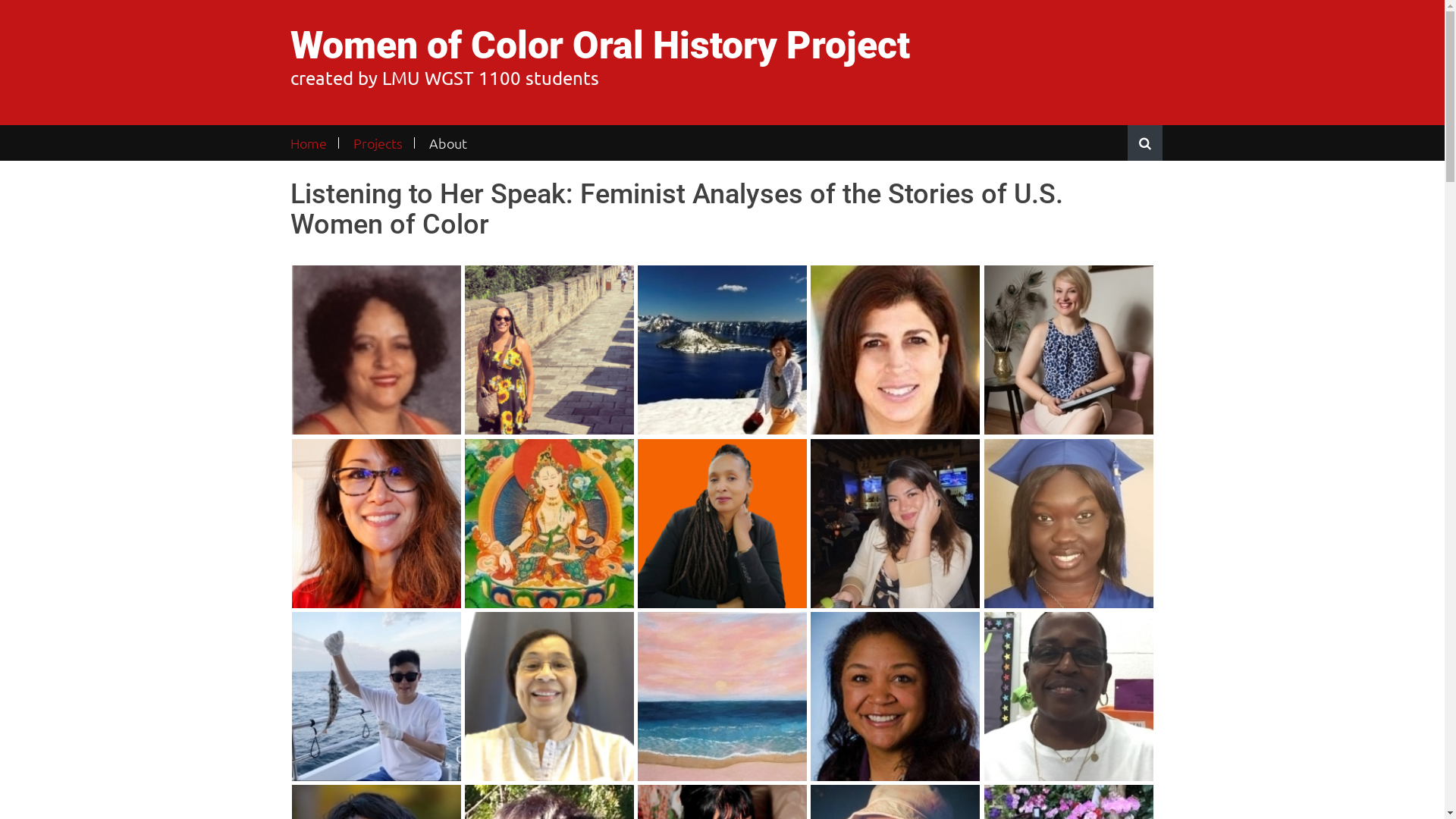 This screenshot has width=1456, height=819. Describe the element at coordinates (340, 143) in the screenshot. I see `'Projects'` at that location.